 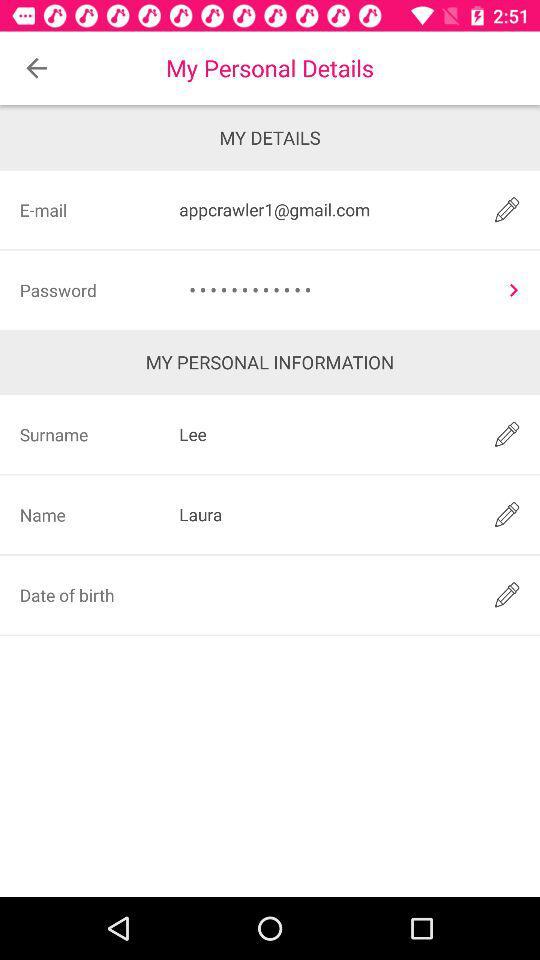 I want to click on type the password, so click(x=323, y=594).